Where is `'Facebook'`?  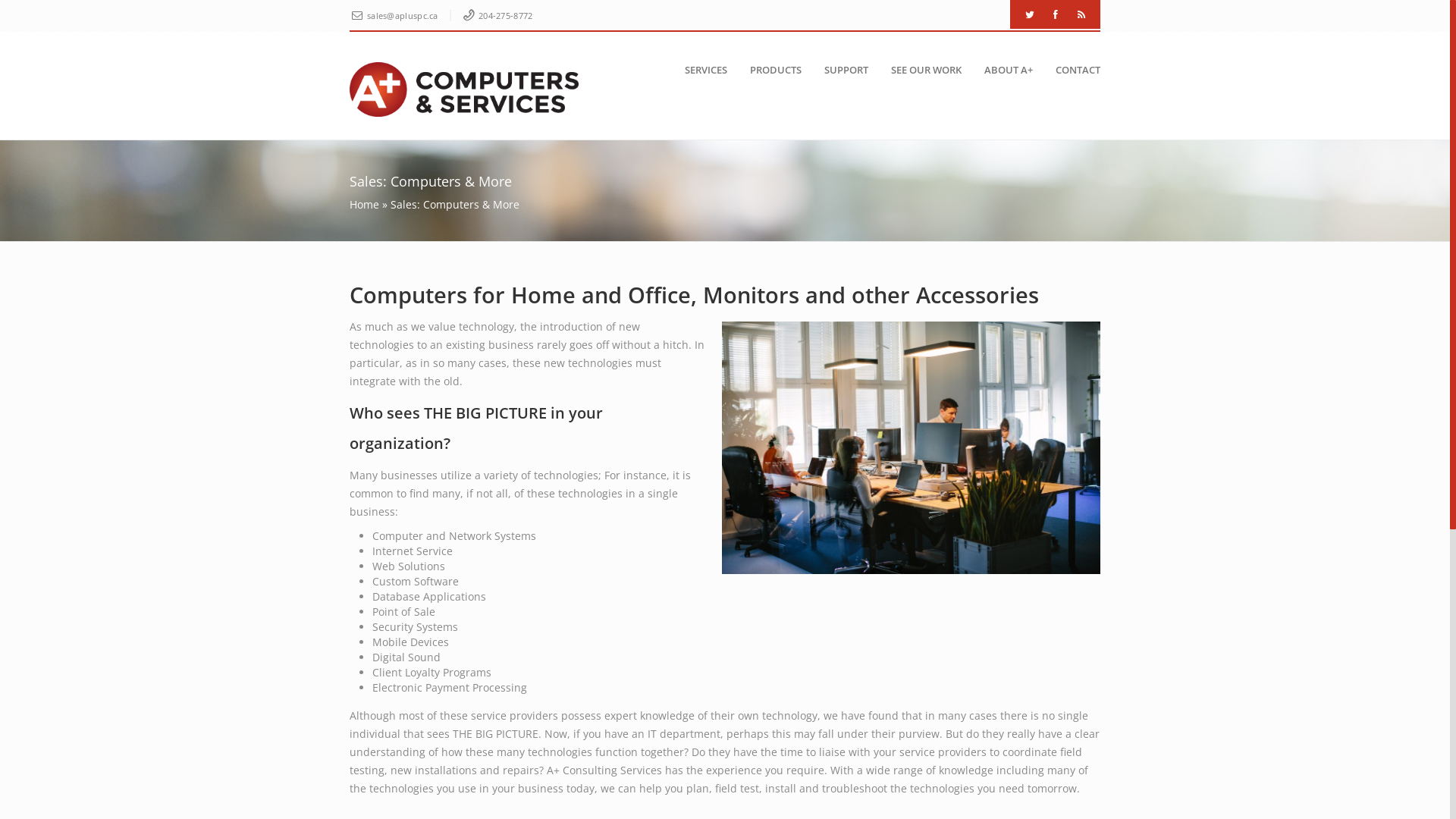
'Facebook' is located at coordinates (1055, 14).